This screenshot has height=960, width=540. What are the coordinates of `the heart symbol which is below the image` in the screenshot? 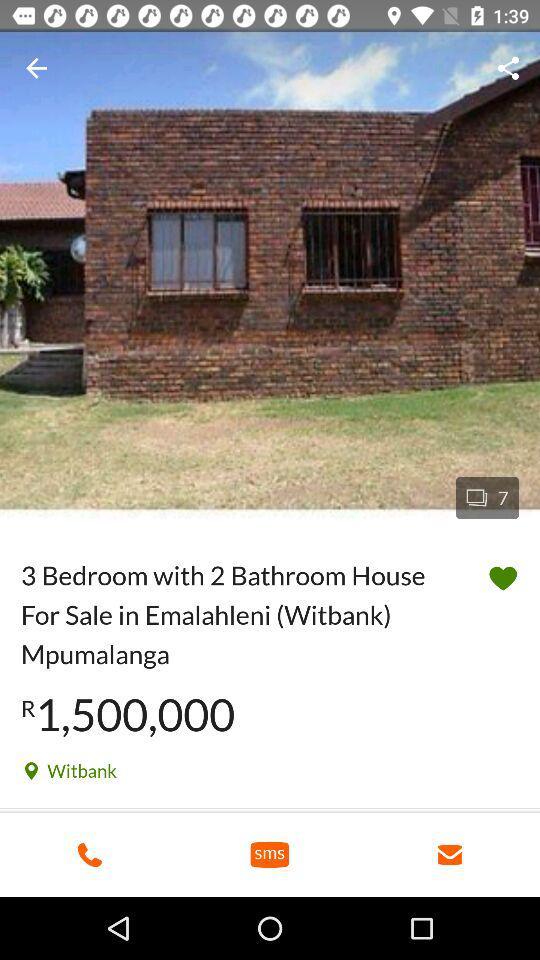 It's located at (502, 578).